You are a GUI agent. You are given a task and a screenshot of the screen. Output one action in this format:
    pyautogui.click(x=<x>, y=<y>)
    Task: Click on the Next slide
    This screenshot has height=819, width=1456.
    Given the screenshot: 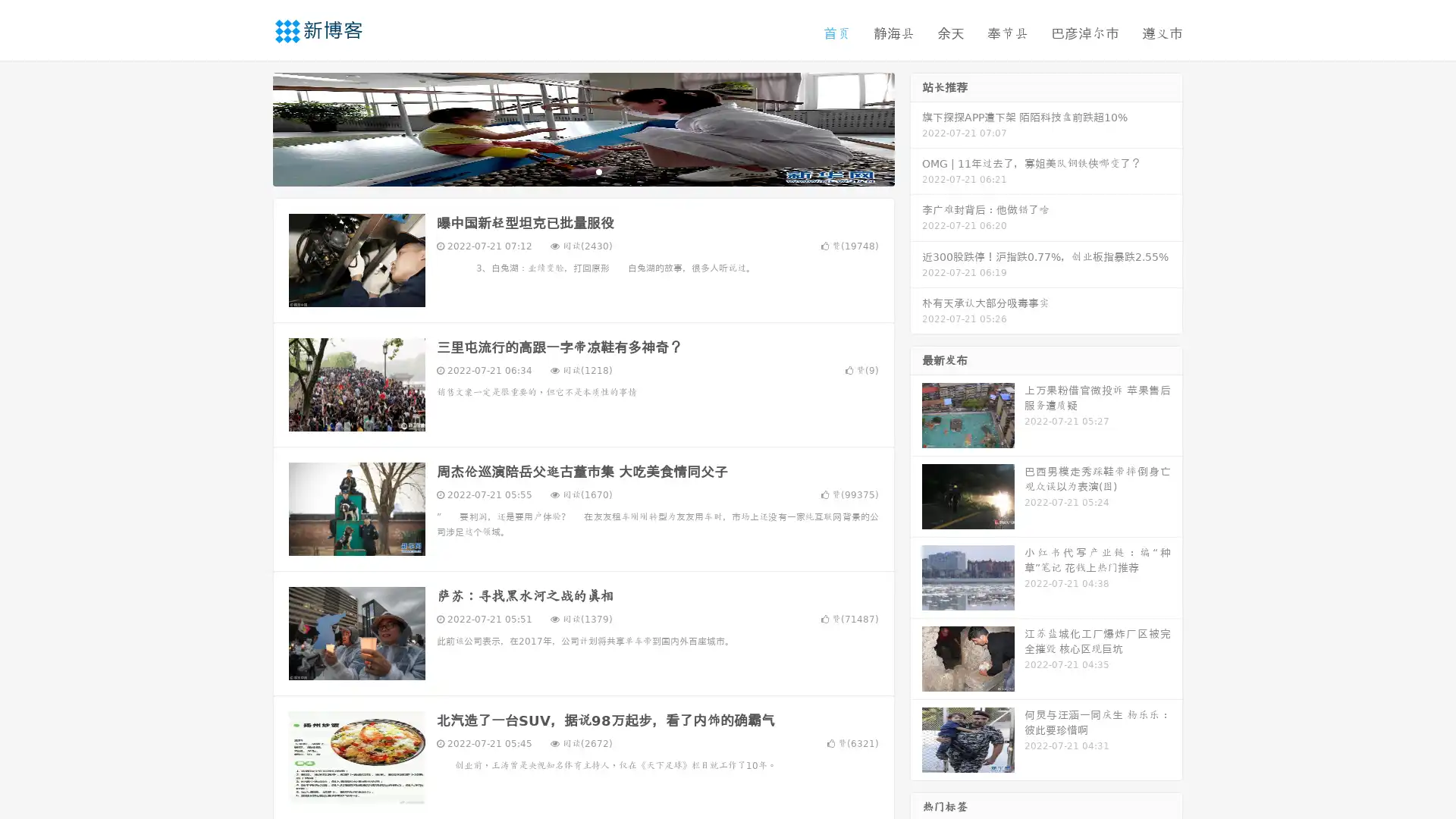 What is the action you would take?
    pyautogui.click(x=916, y=127)
    